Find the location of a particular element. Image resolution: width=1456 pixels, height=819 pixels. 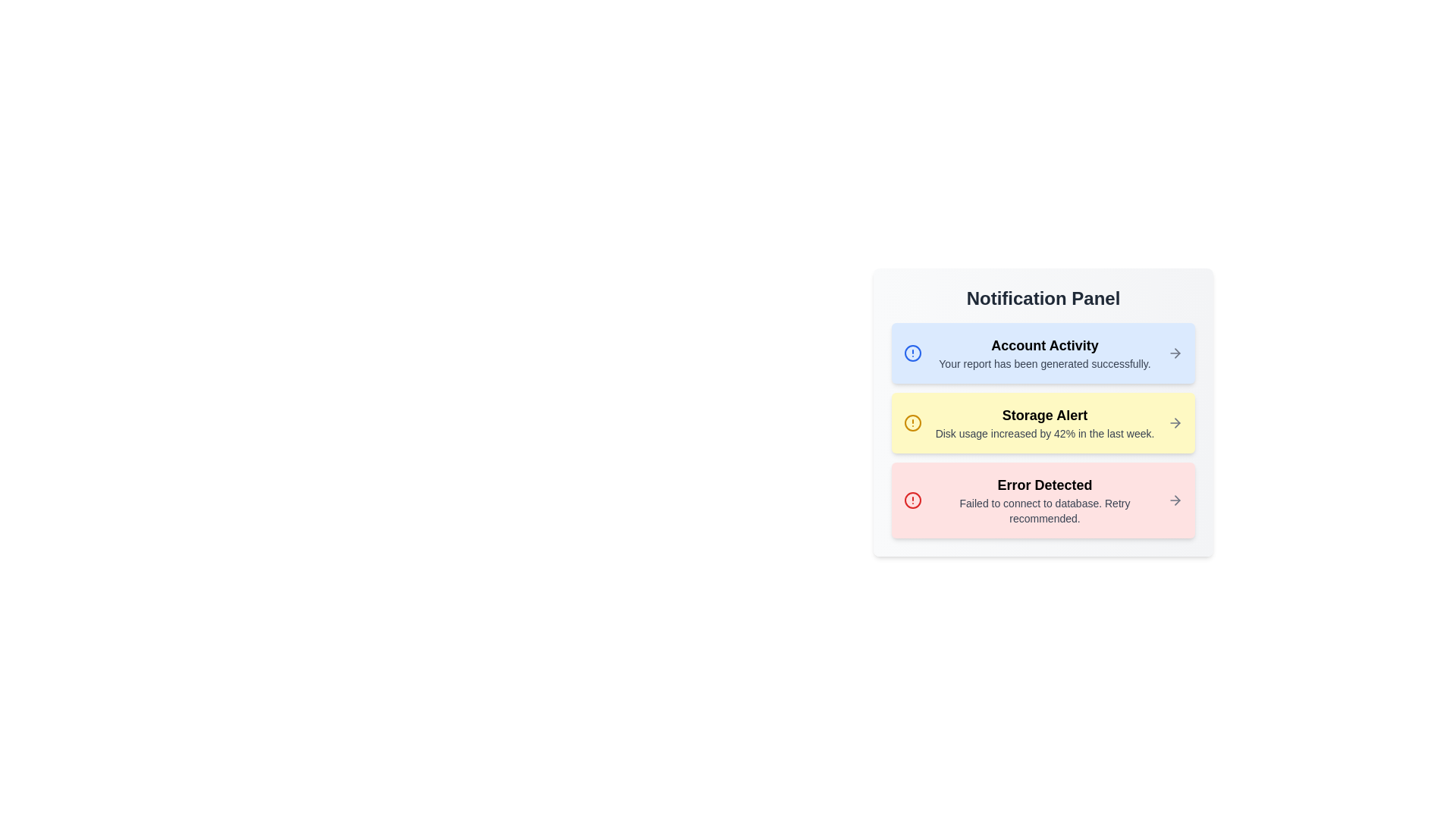

the arrow icon corresponding to the notification 3 is located at coordinates (1175, 500).